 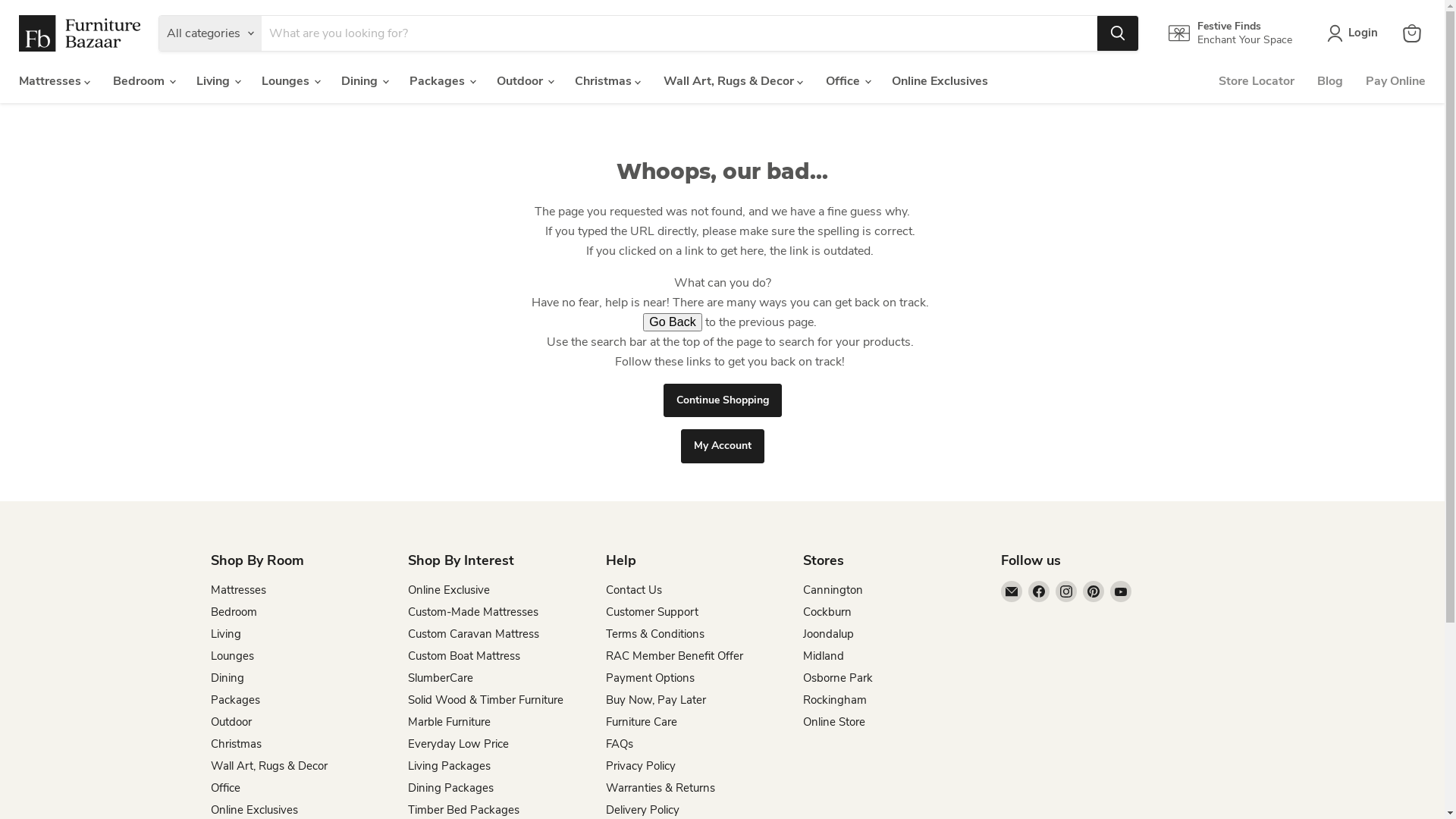 What do you see at coordinates (1395, 81) in the screenshot?
I see `'Pay Online'` at bounding box center [1395, 81].